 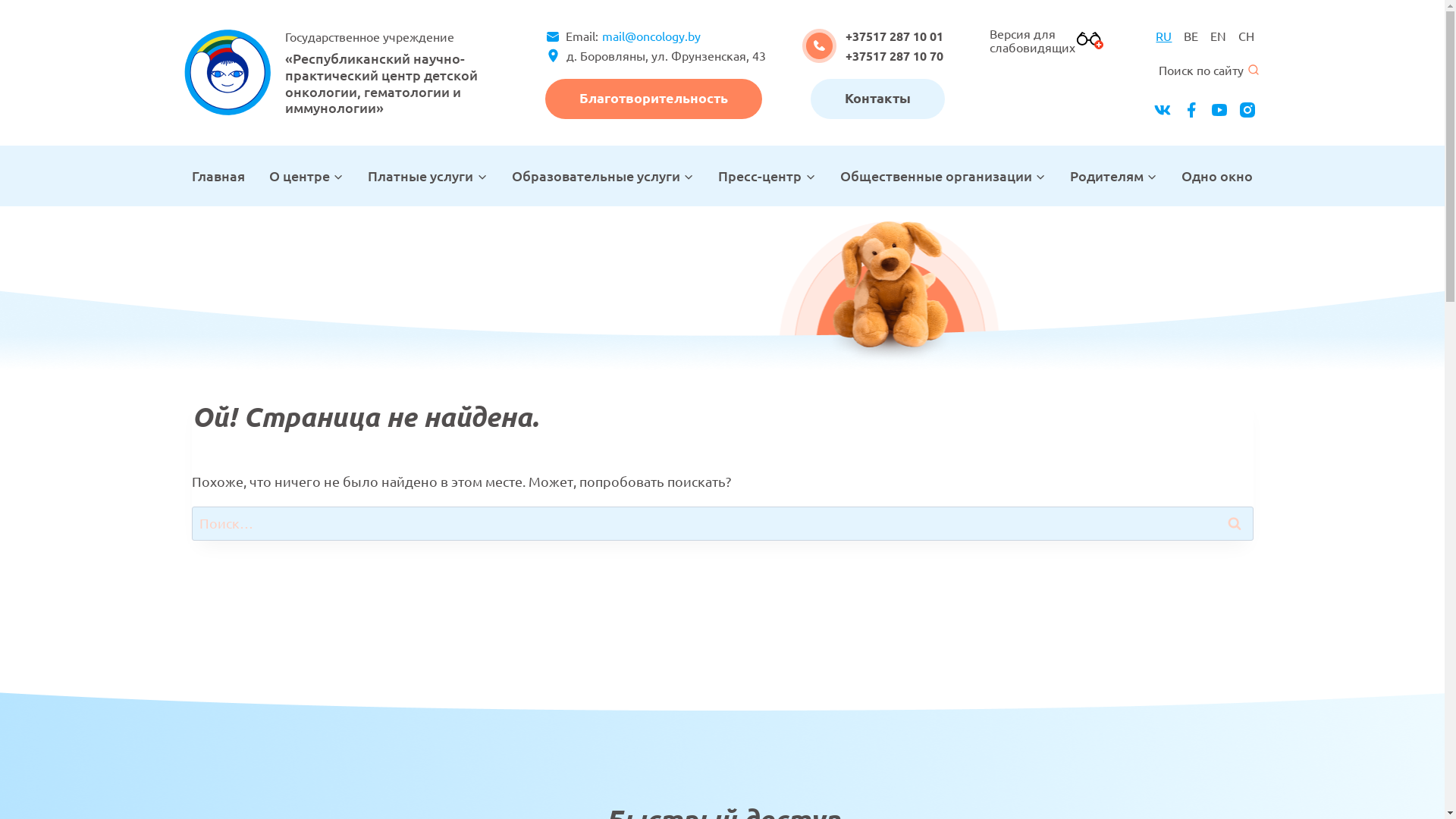 I want to click on '+37517 287 10 70', so click(x=894, y=55).